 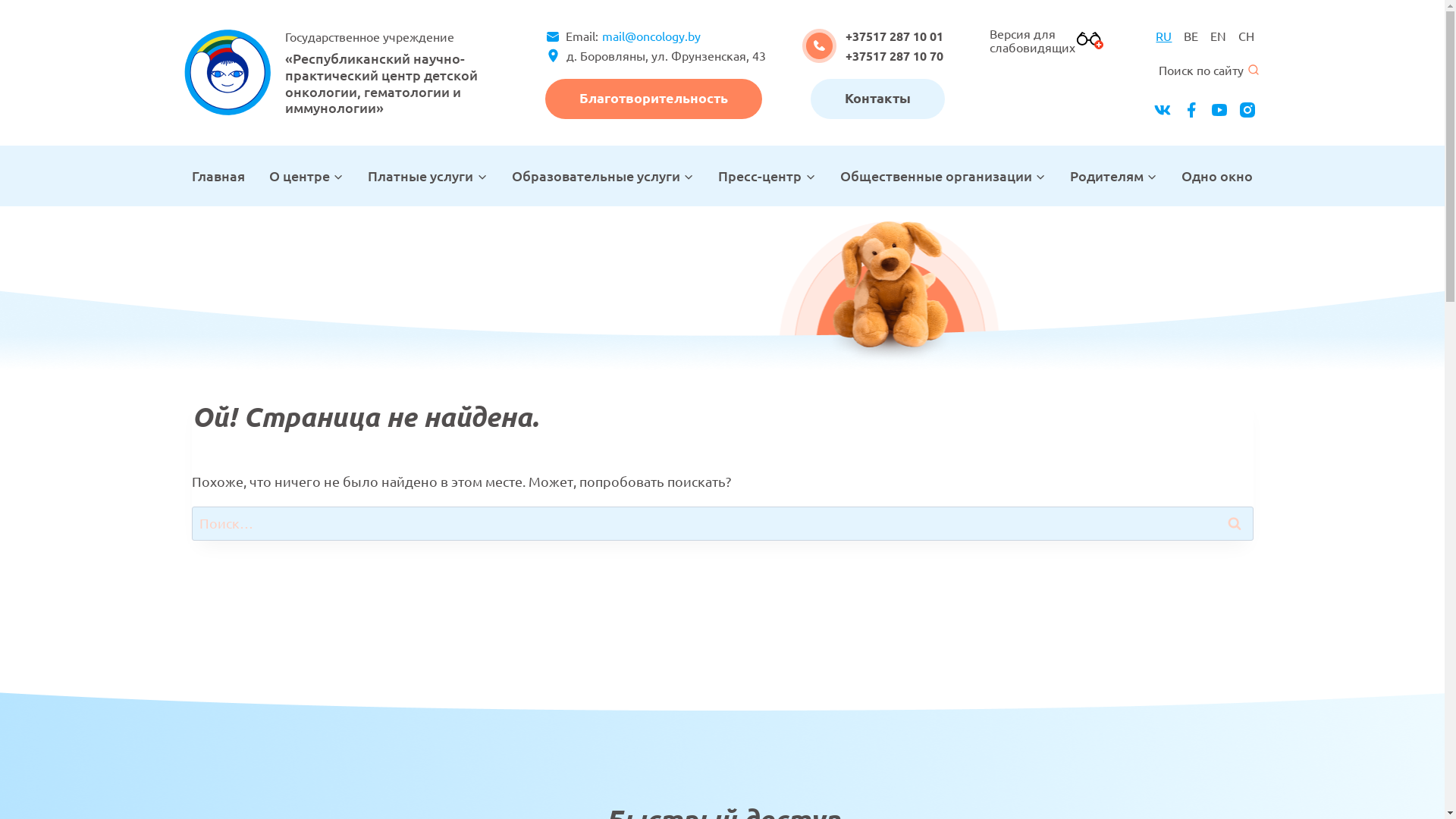 I want to click on '+37517 287 10 70', so click(x=894, y=55).